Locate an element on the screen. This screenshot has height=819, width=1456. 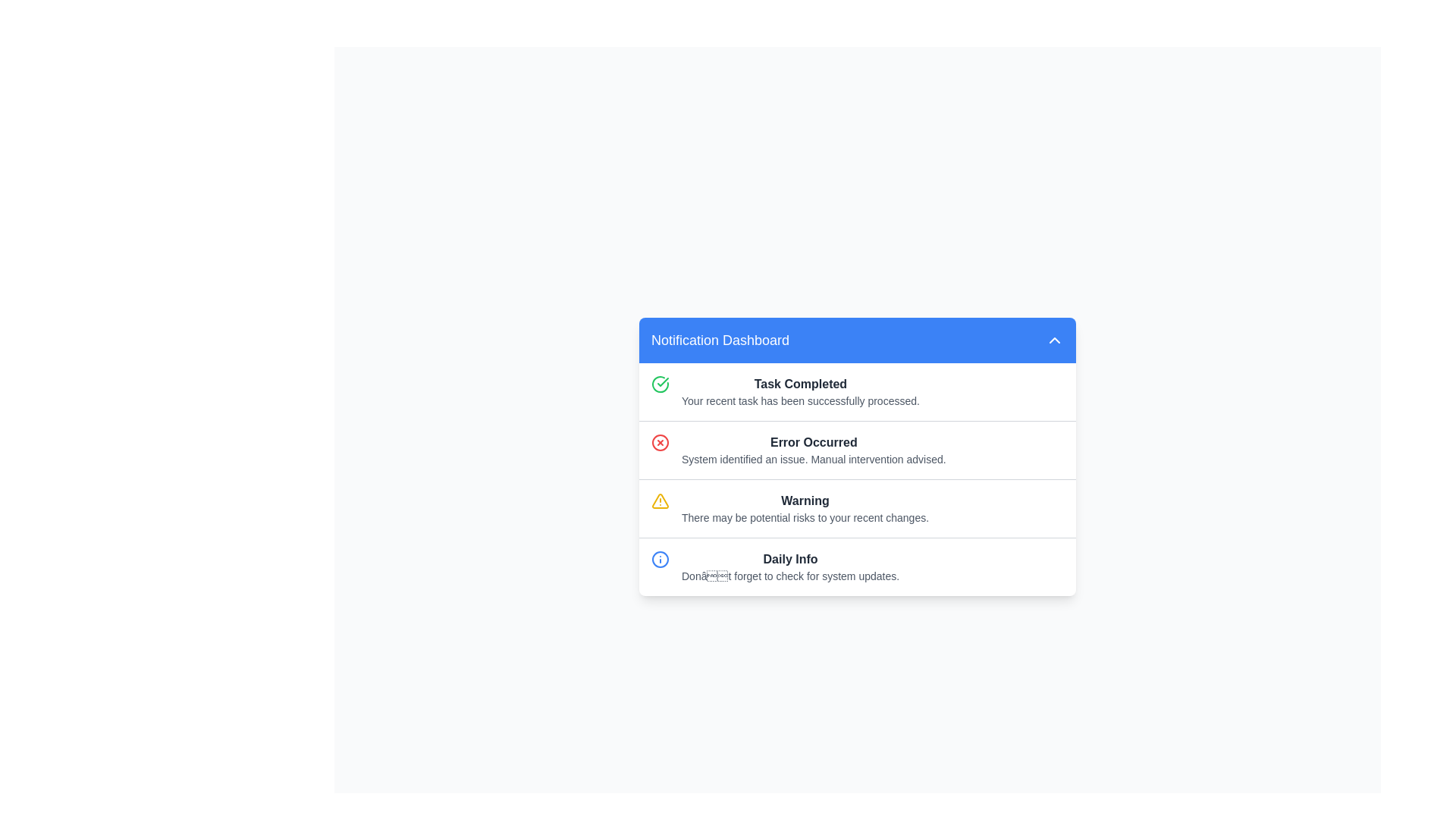
text from the Notification banner that indicates a task was successfully completed, positioned above the 'Error Occurred' notification within the notification card is located at coordinates (858, 391).